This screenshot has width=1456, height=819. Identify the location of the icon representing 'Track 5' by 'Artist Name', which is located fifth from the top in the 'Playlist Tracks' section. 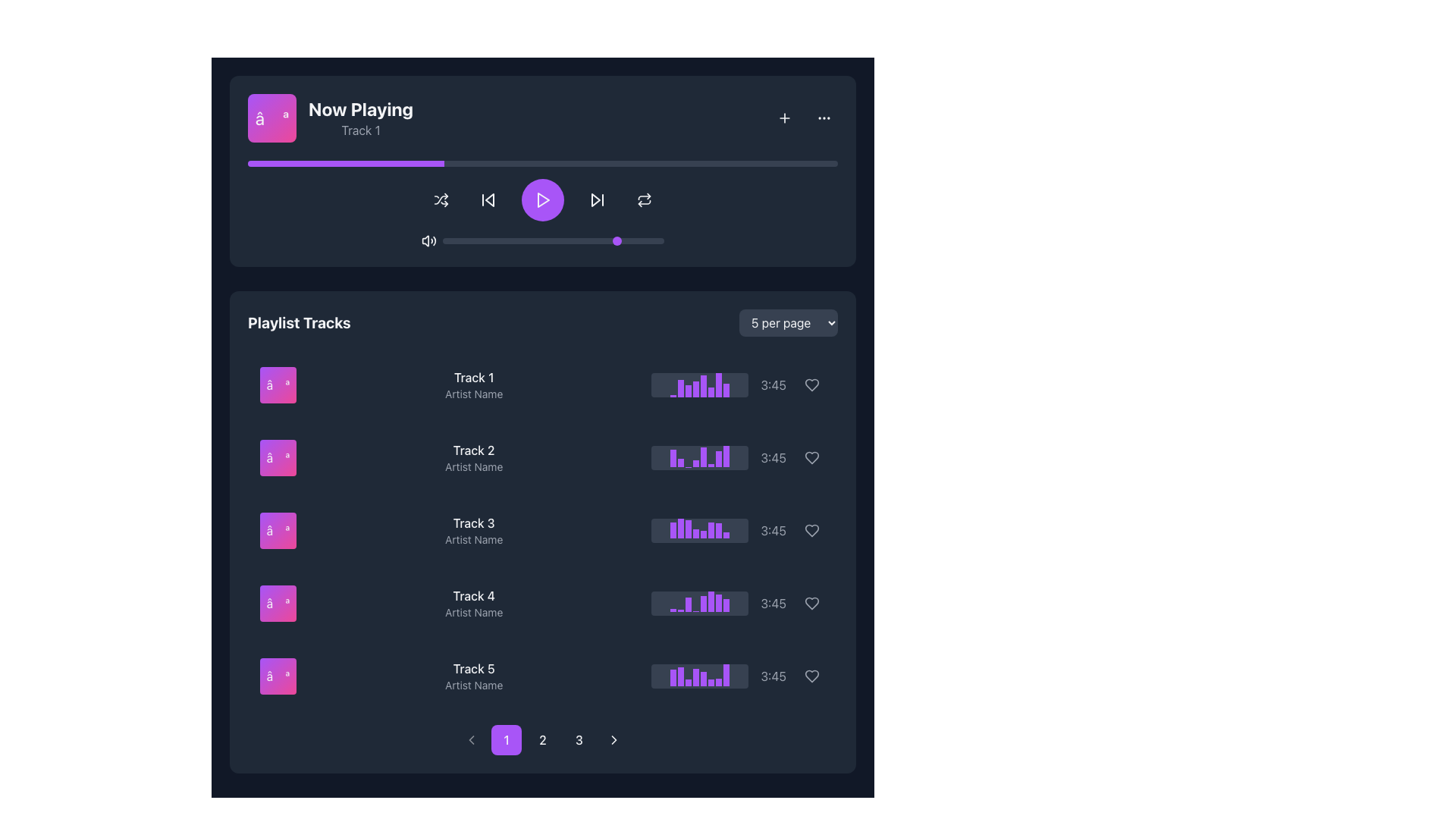
(278, 675).